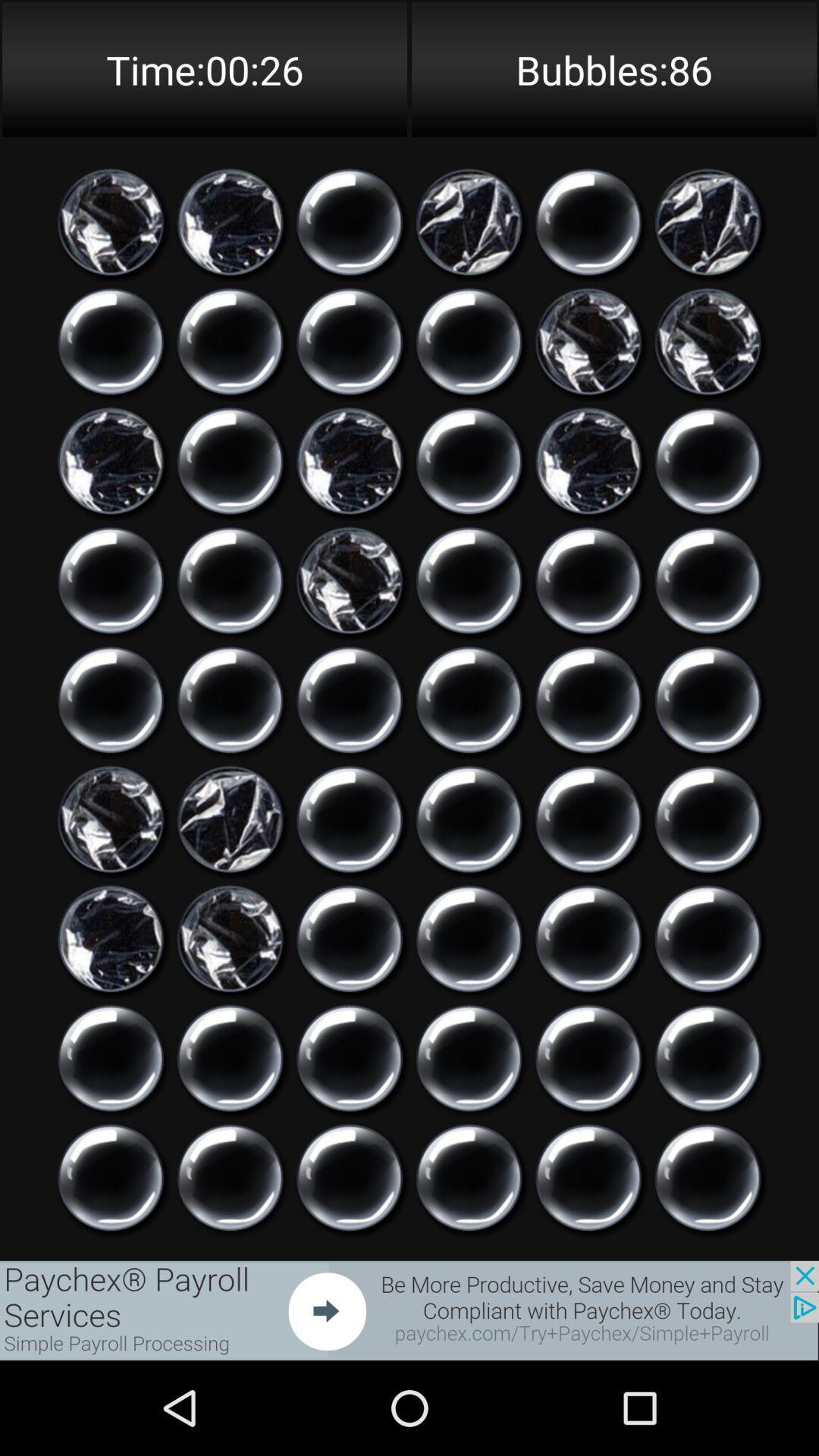 Image resolution: width=819 pixels, height=1456 pixels. I want to click on the refresh icon, so click(350, 237).